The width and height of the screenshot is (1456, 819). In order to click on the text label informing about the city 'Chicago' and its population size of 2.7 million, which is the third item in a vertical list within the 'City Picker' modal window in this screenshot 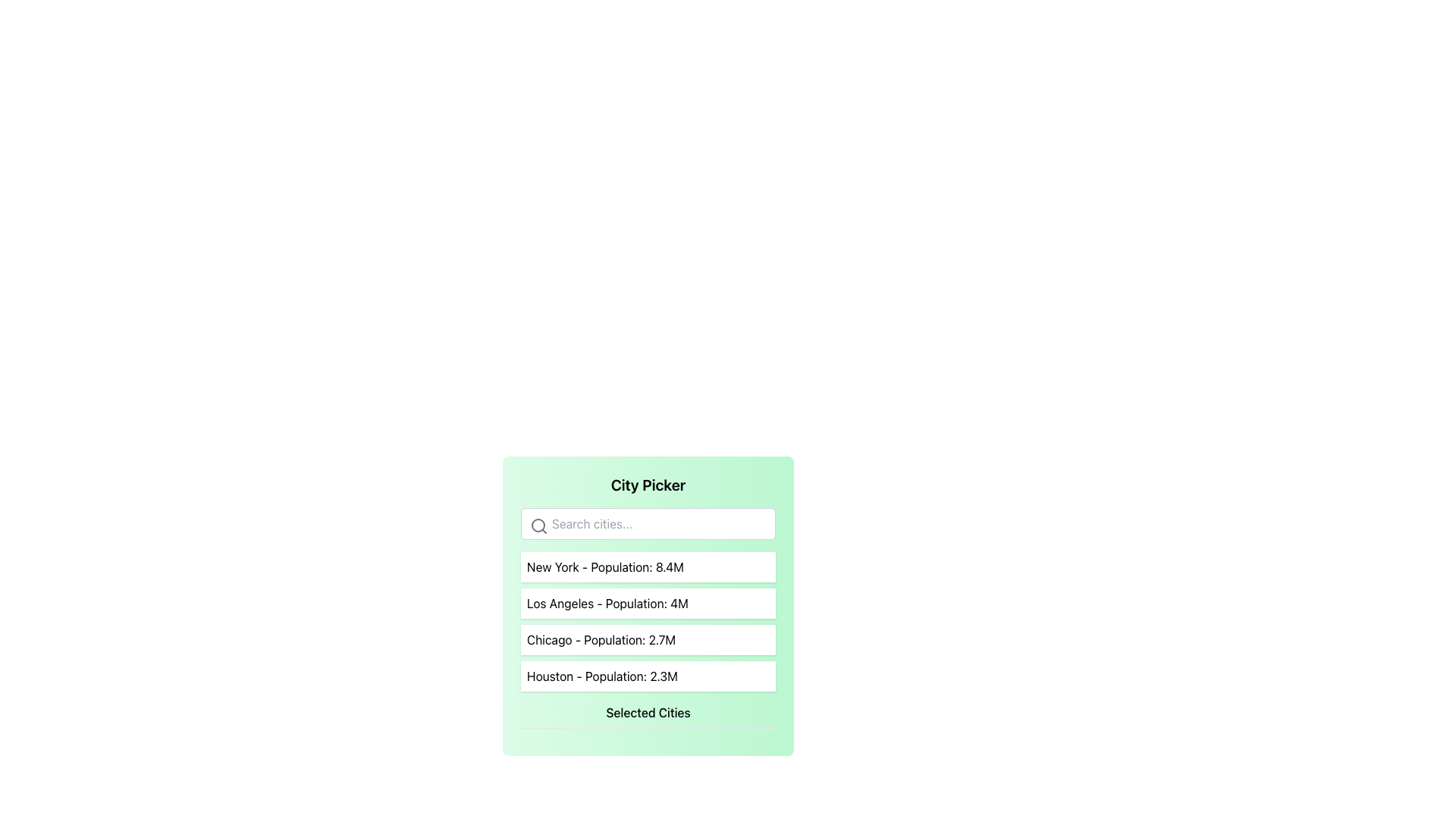, I will do `click(601, 640)`.